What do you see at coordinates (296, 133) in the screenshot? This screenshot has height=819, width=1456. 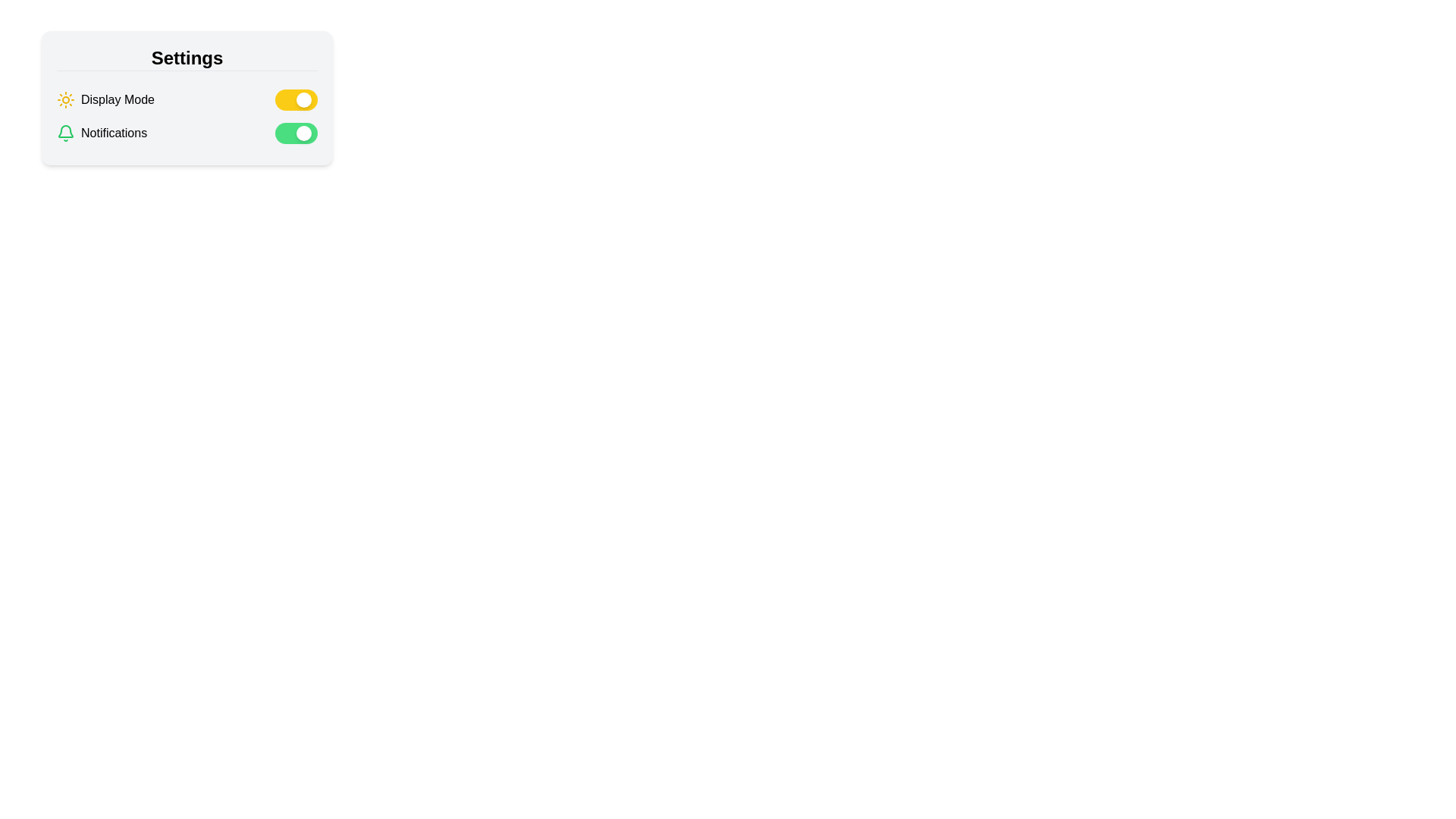 I see `the rounded toggle switch for the 'Notifications' setting, which has a green background and a white circular knob on the right side` at bounding box center [296, 133].